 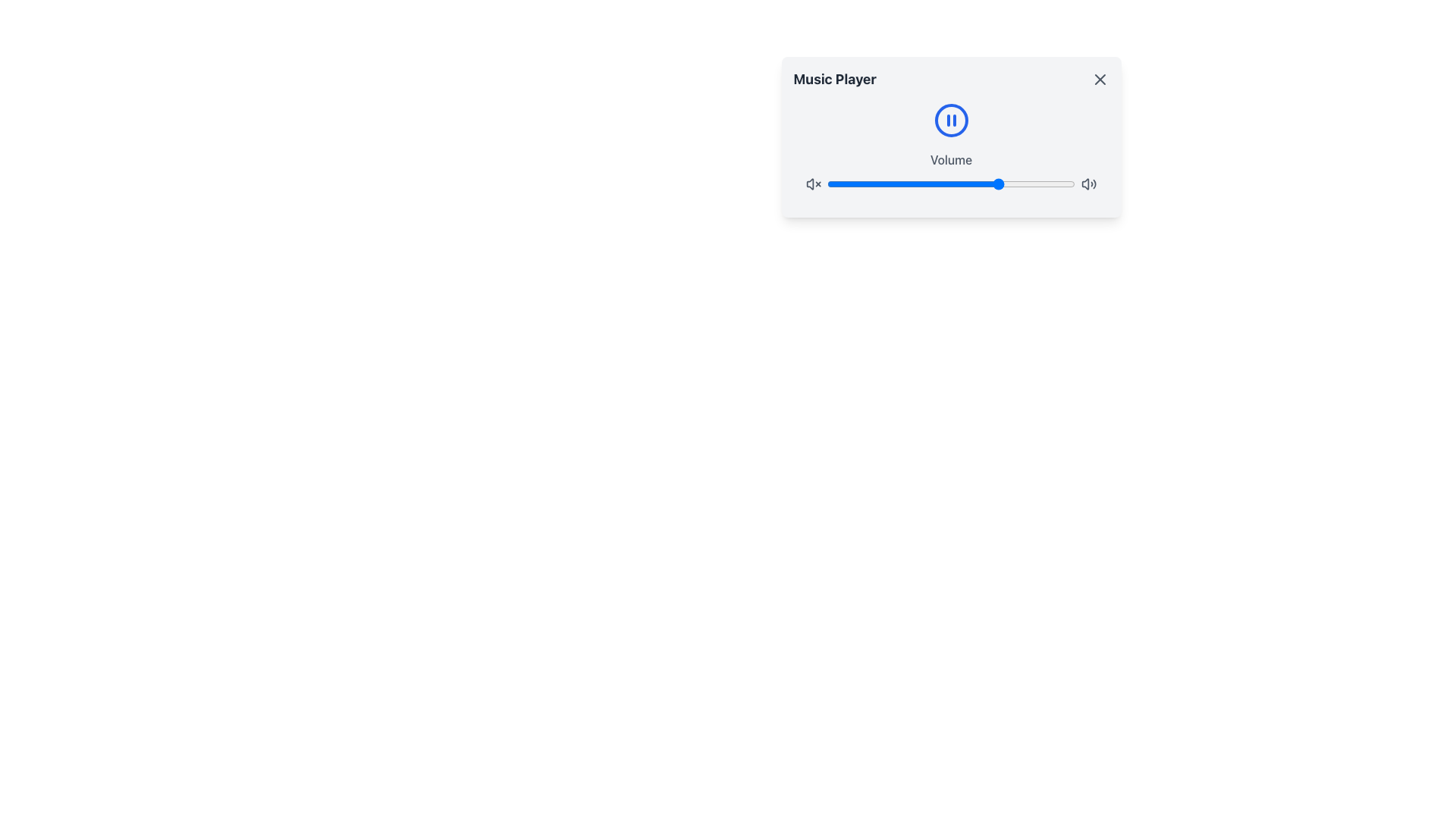 I want to click on the volume slider, so click(x=829, y=184).